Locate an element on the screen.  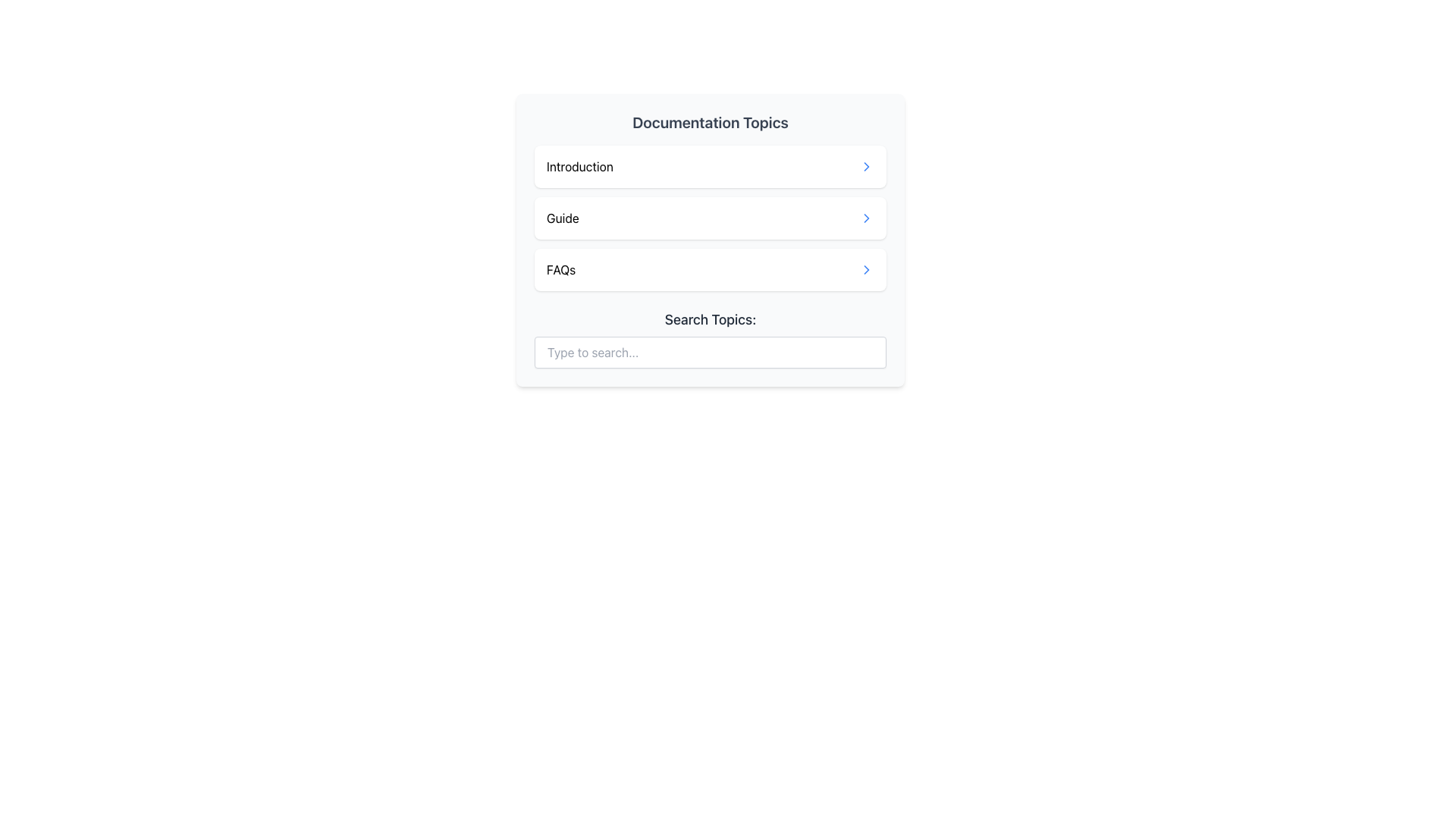
the blue rightward chevron SVG icon located immediately to the right of the 'Guide' text label in the documentation topics list is located at coordinates (866, 218).